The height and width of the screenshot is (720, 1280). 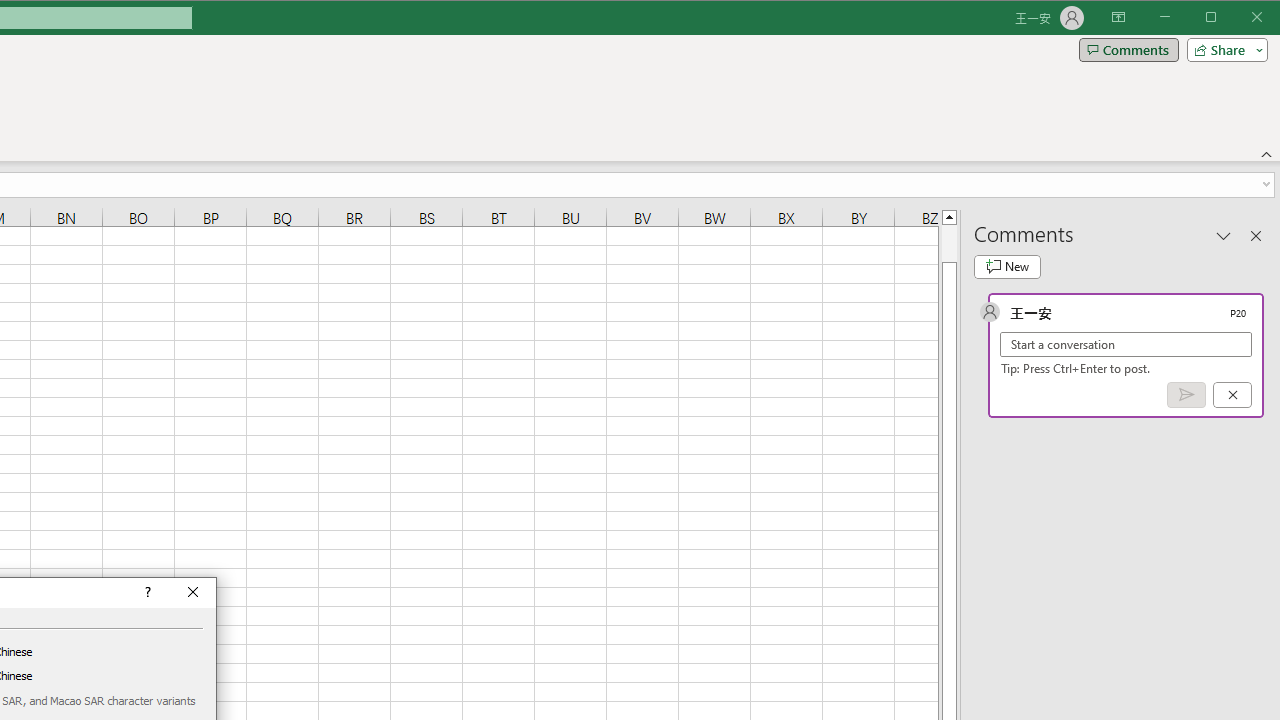 What do you see at coordinates (145, 591) in the screenshot?
I see `'Context help'` at bounding box center [145, 591].